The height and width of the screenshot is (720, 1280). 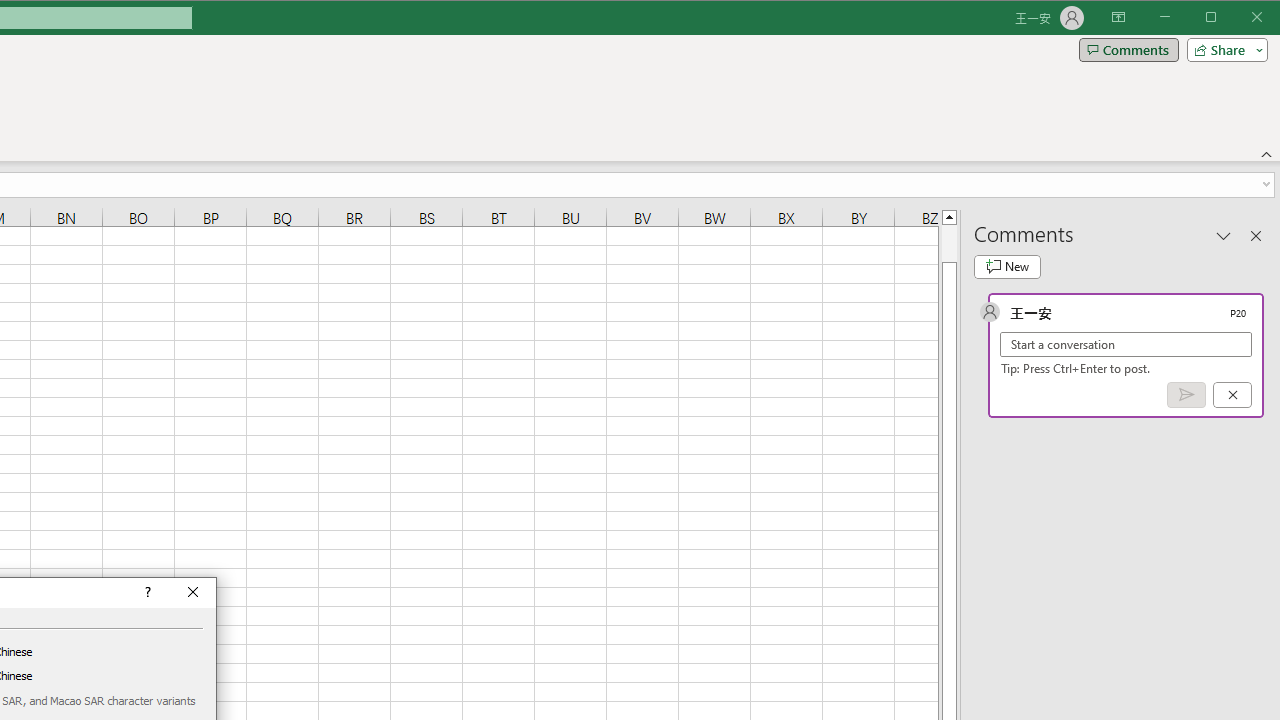 What do you see at coordinates (145, 591) in the screenshot?
I see `'Context help'` at bounding box center [145, 591].